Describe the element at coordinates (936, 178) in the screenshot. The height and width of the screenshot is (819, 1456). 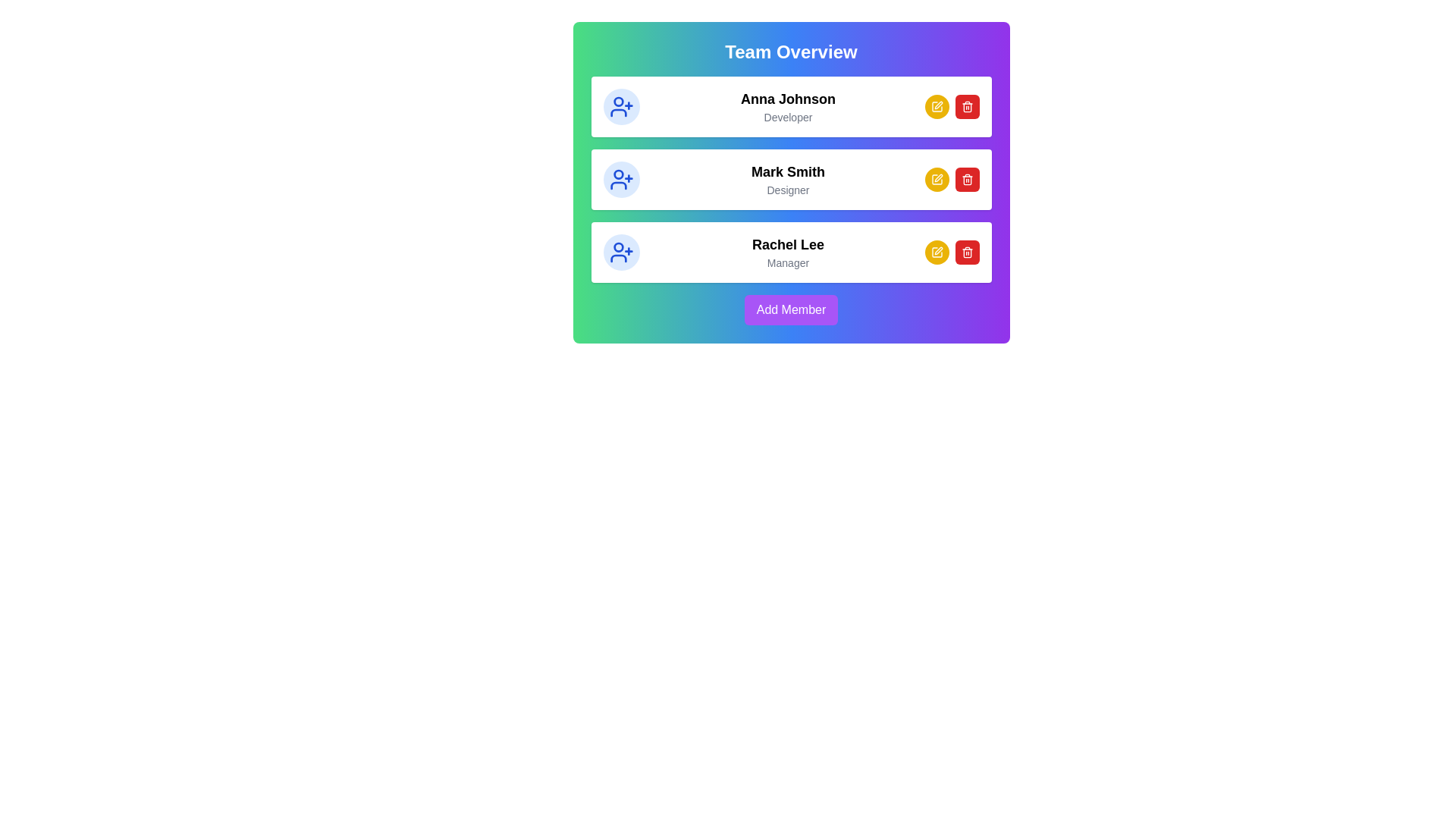
I see `the leftmost button for editing associated with 'Mark Smith, Designer'` at that location.